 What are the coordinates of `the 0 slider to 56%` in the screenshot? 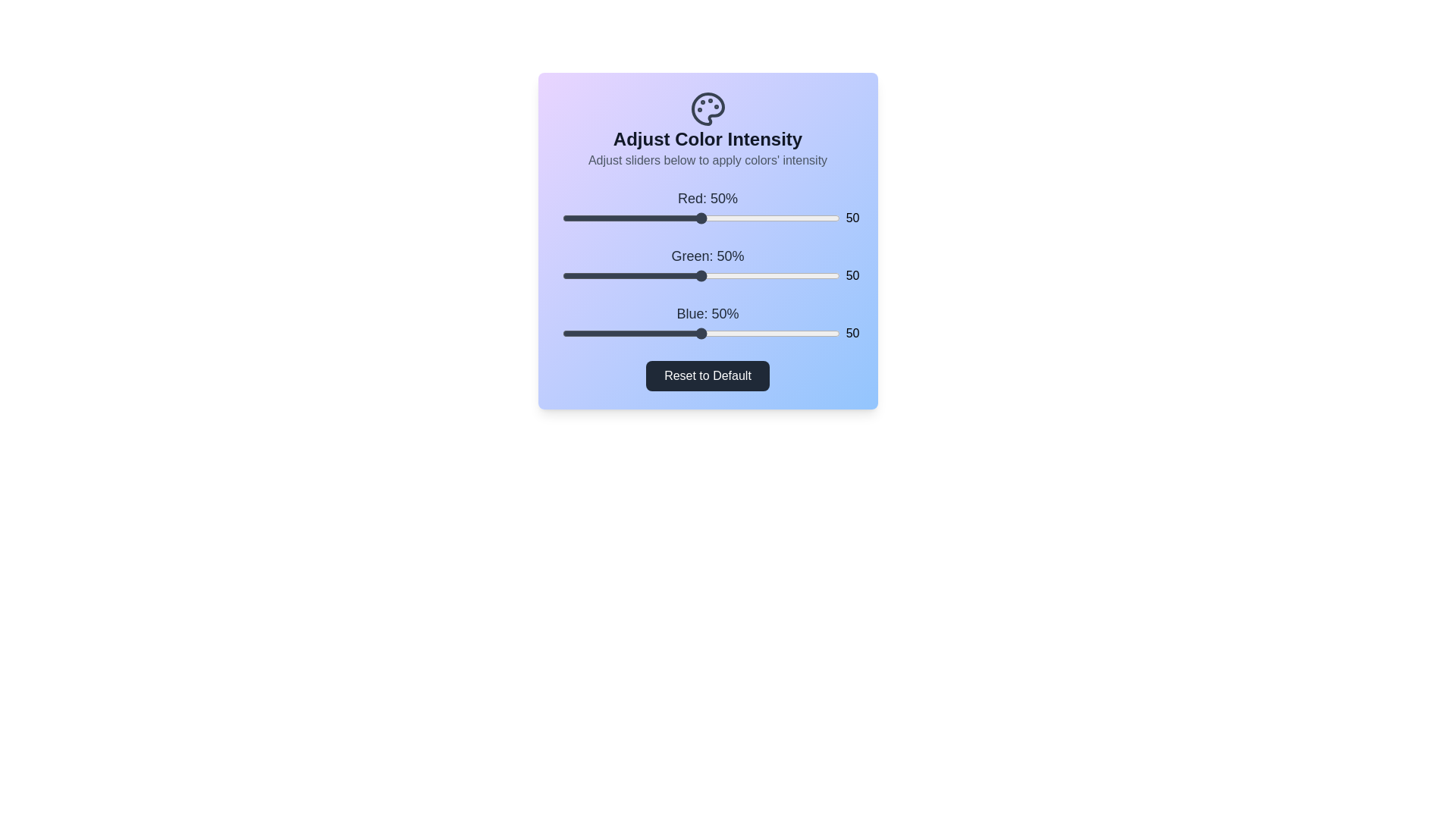 It's located at (717, 218).